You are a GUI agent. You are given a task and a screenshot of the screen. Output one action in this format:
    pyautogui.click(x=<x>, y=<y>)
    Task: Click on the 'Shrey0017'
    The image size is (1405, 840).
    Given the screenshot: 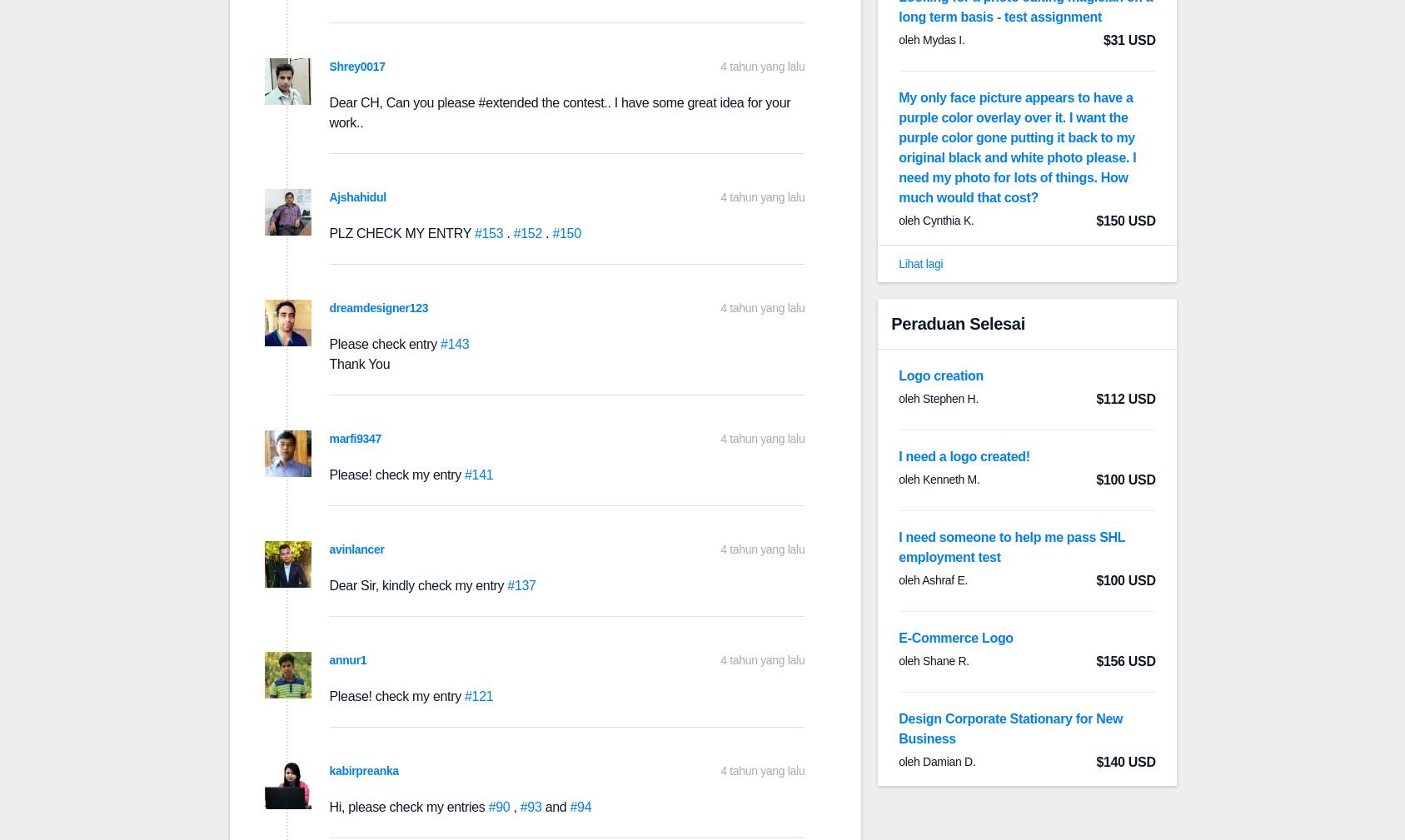 What is the action you would take?
    pyautogui.click(x=356, y=66)
    